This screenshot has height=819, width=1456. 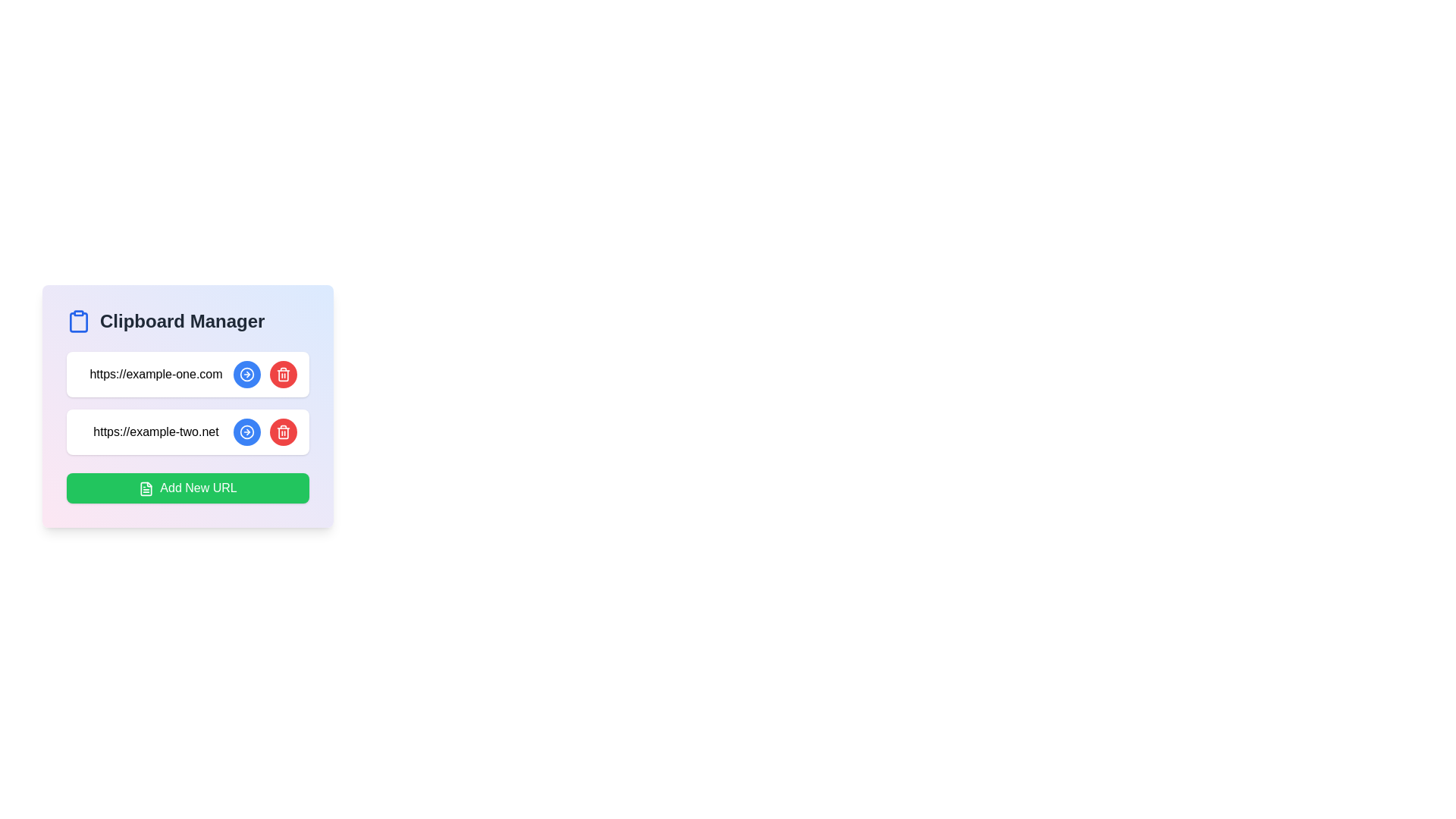 I want to click on the circular outline located within the right-pointing arrow icon next to the URL 'https://example-two.net', so click(x=247, y=374).